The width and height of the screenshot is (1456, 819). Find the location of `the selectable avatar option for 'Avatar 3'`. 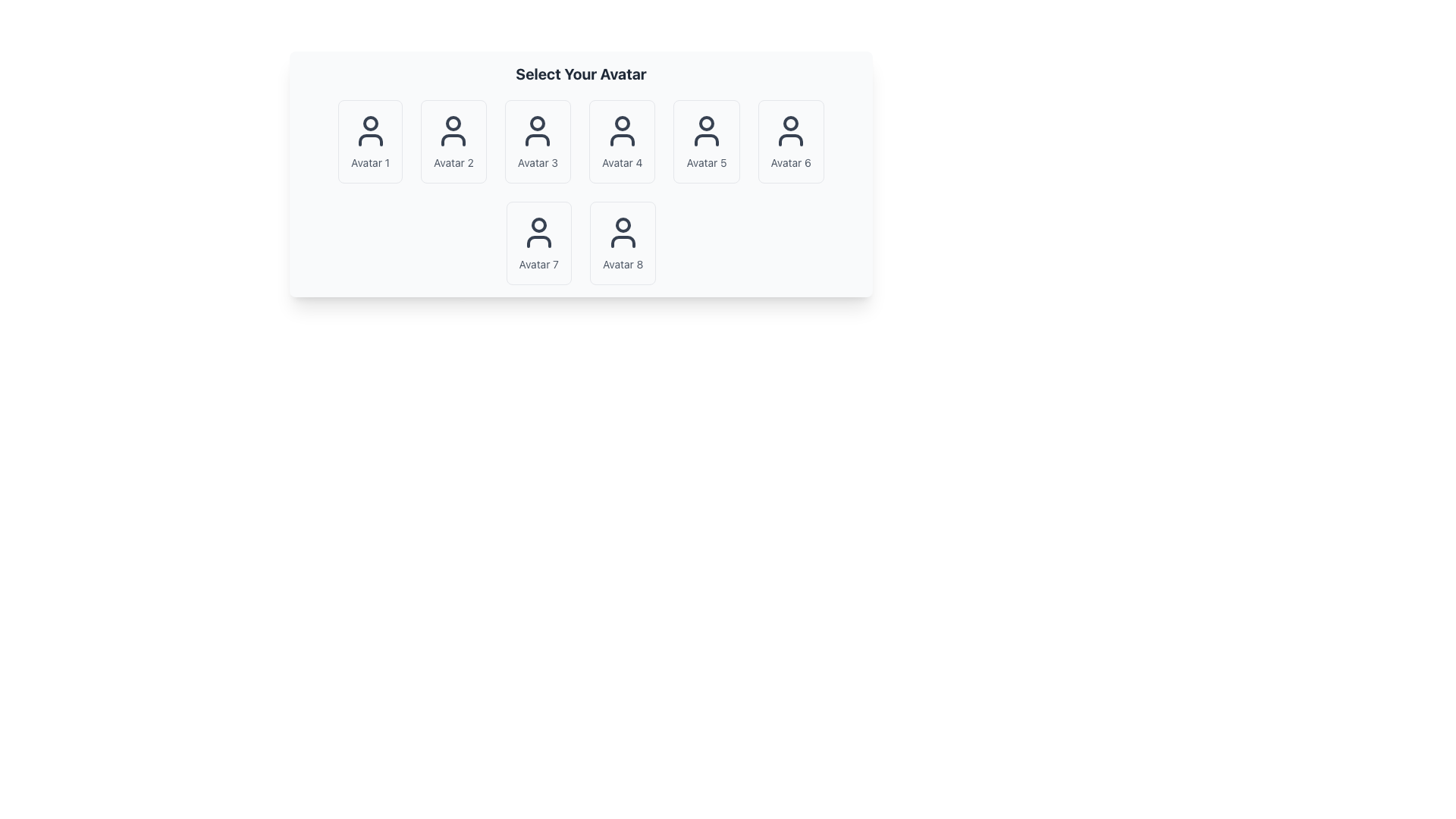

the selectable avatar option for 'Avatar 3' is located at coordinates (538, 141).